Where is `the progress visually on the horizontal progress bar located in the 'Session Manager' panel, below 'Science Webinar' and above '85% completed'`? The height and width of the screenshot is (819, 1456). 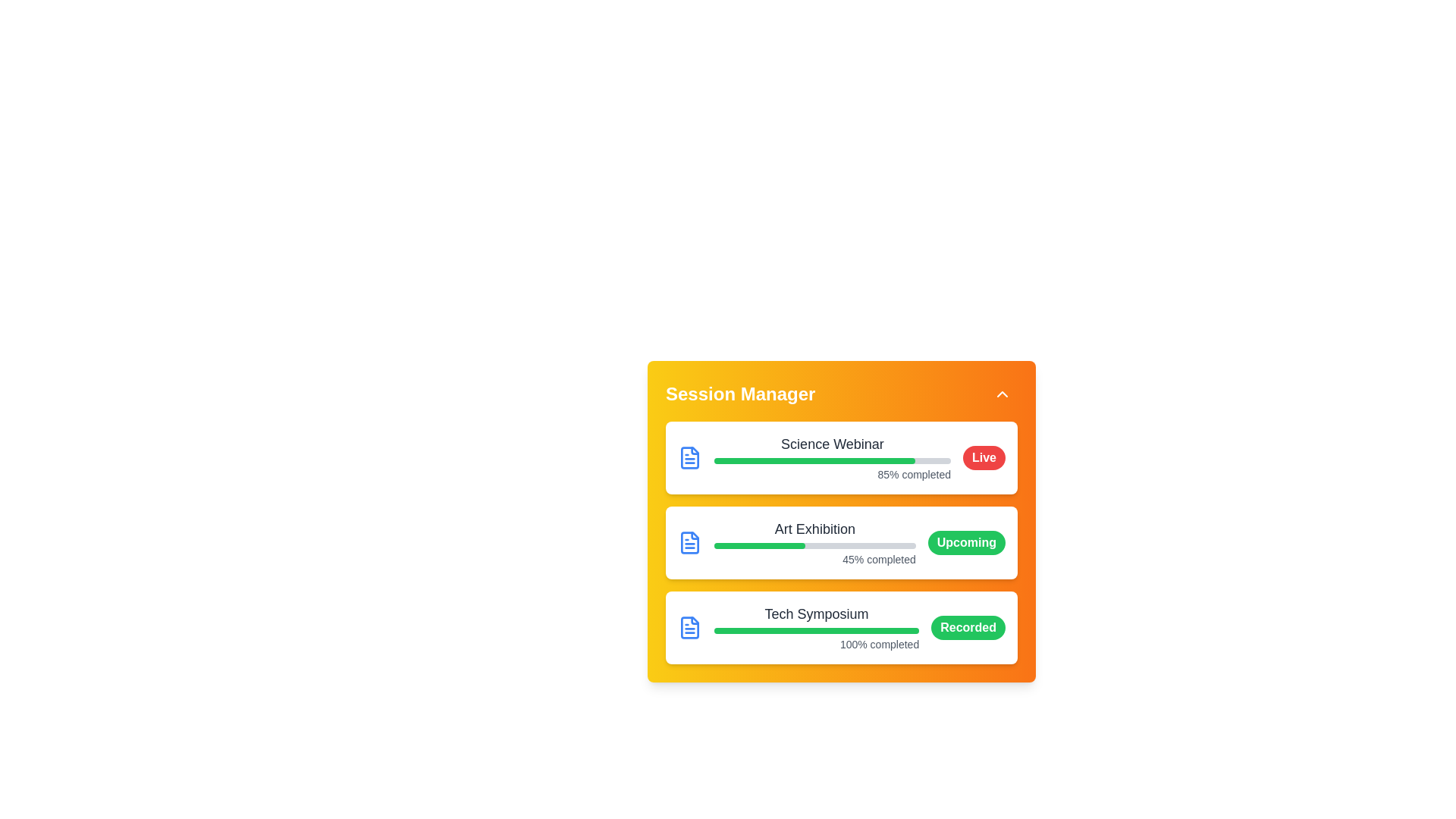 the progress visually on the horizontal progress bar located in the 'Session Manager' panel, below 'Science Webinar' and above '85% completed' is located at coordinates (832, 460).